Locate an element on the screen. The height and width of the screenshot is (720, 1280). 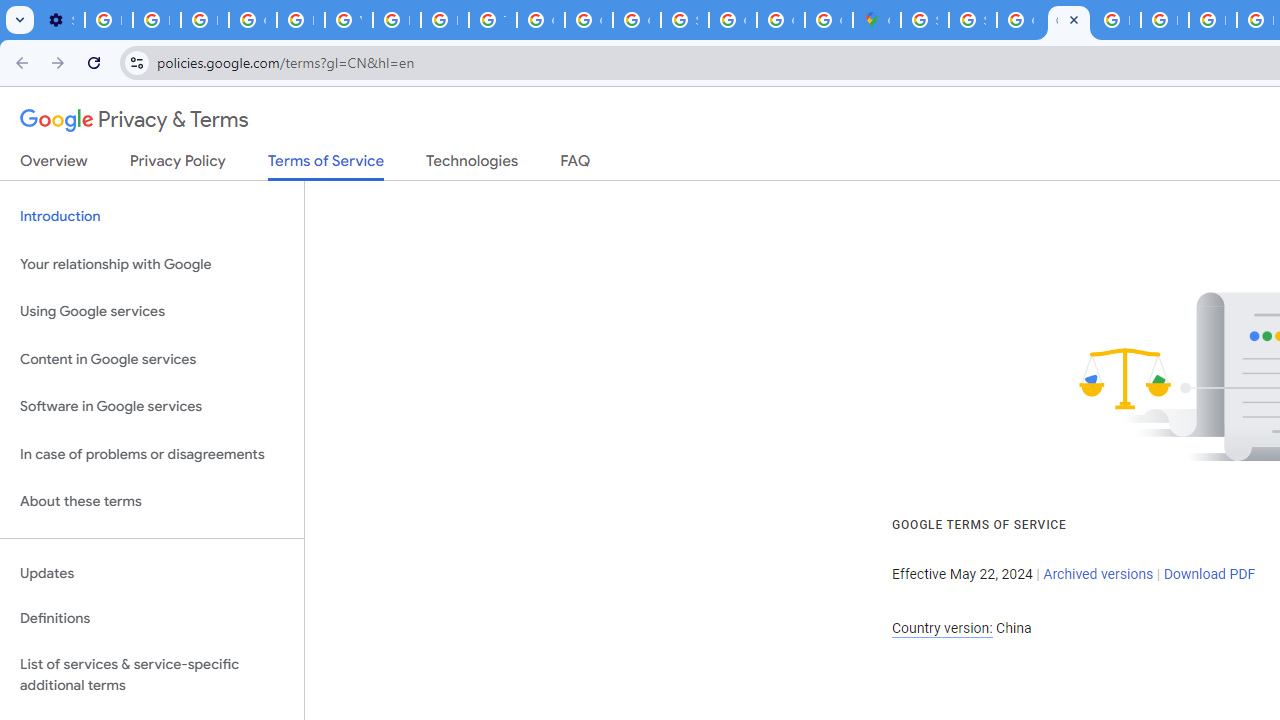
'Privacy Help Center - Policies Help' is located at coordinates (1211, 20).